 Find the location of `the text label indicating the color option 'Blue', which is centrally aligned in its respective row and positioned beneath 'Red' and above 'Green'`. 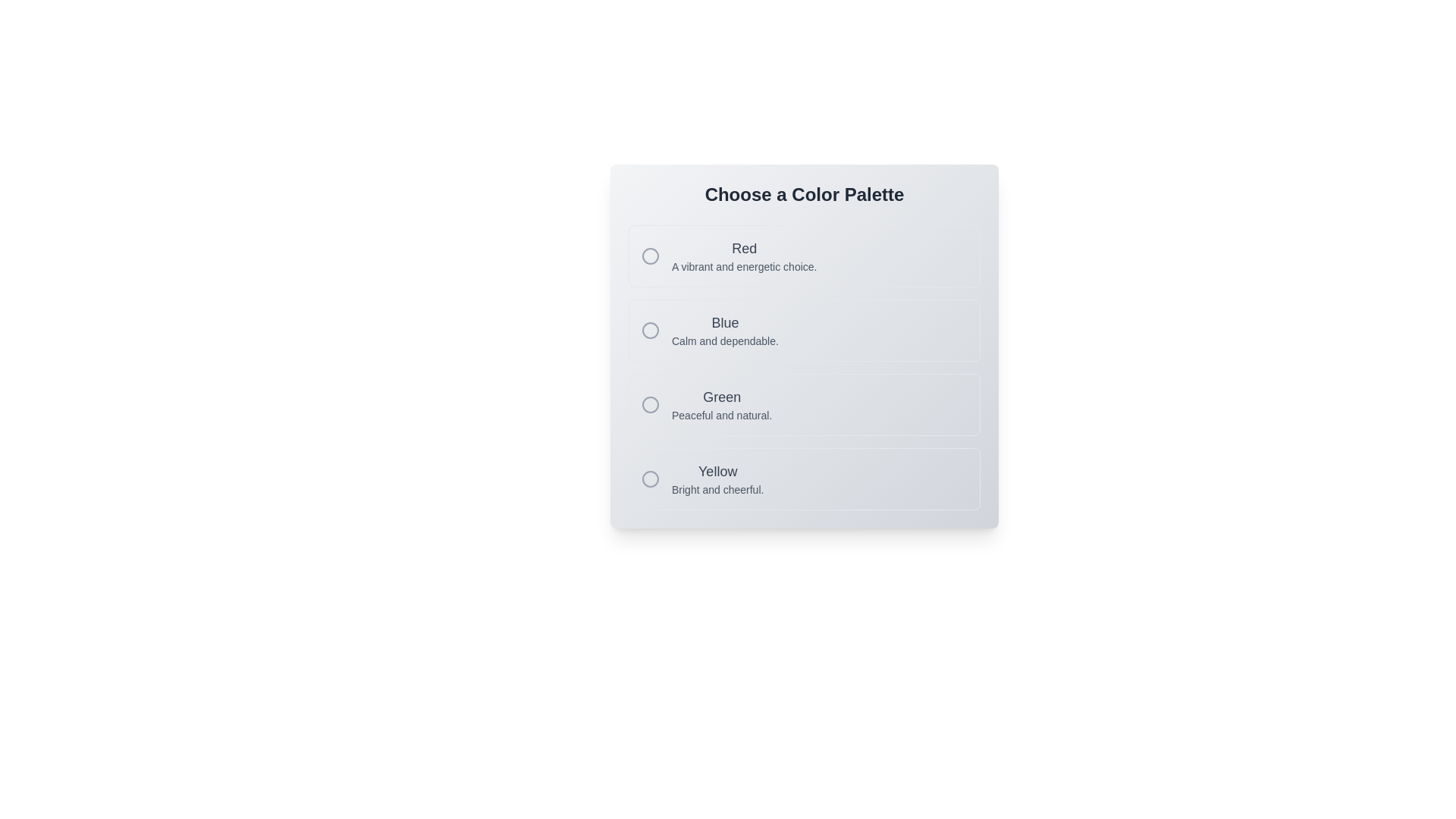

the text label indicating the color option 'Blue', which is centrally aligned in its respective row and positioned beneath 'Red' and above 'Green' is located at coordinates (724, 322).